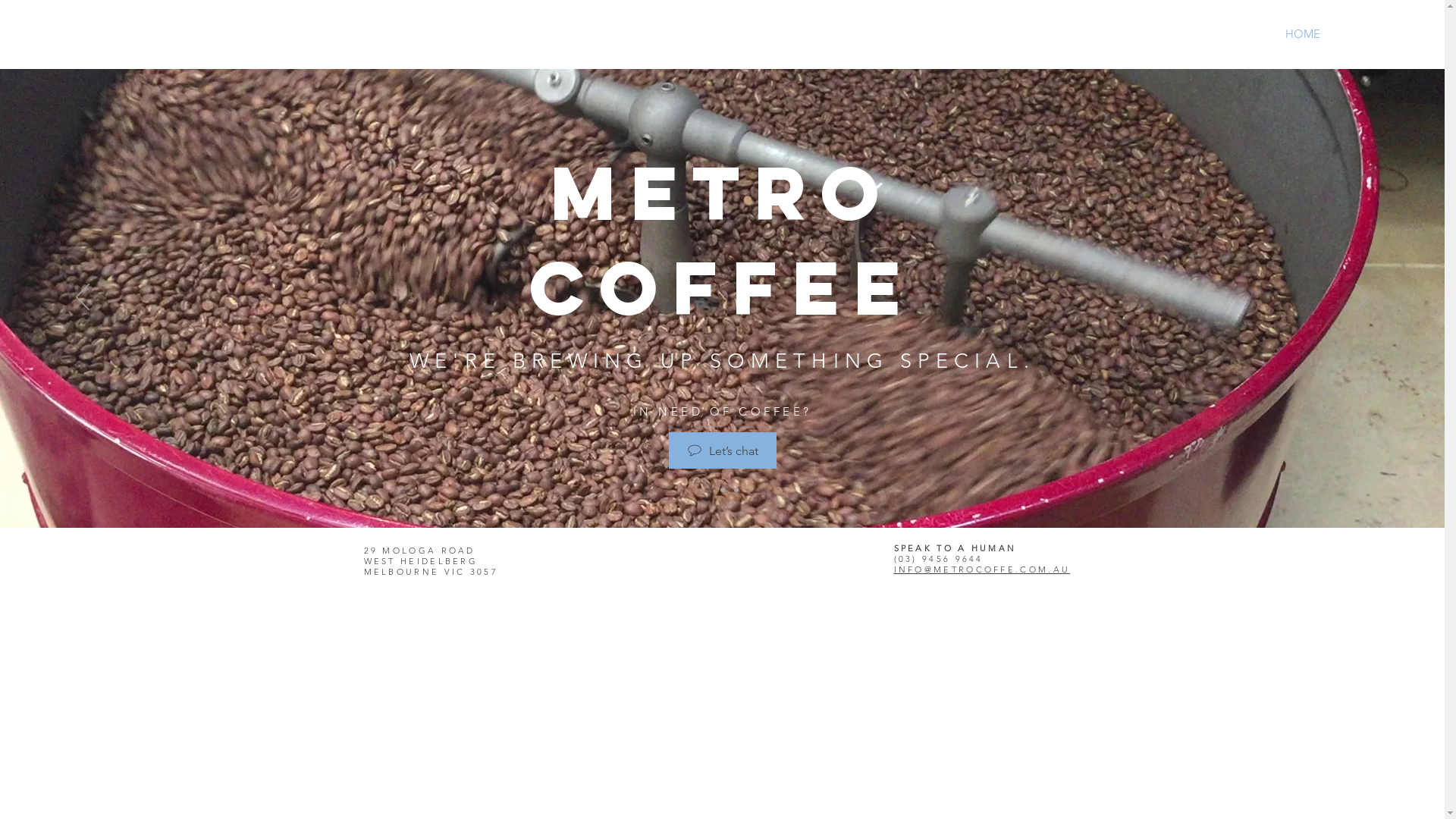 This screenshot has height=819, width=1456. Describe the element at coordinates (1302, 34) in the screenshot. I see `'HOME'` at that location.